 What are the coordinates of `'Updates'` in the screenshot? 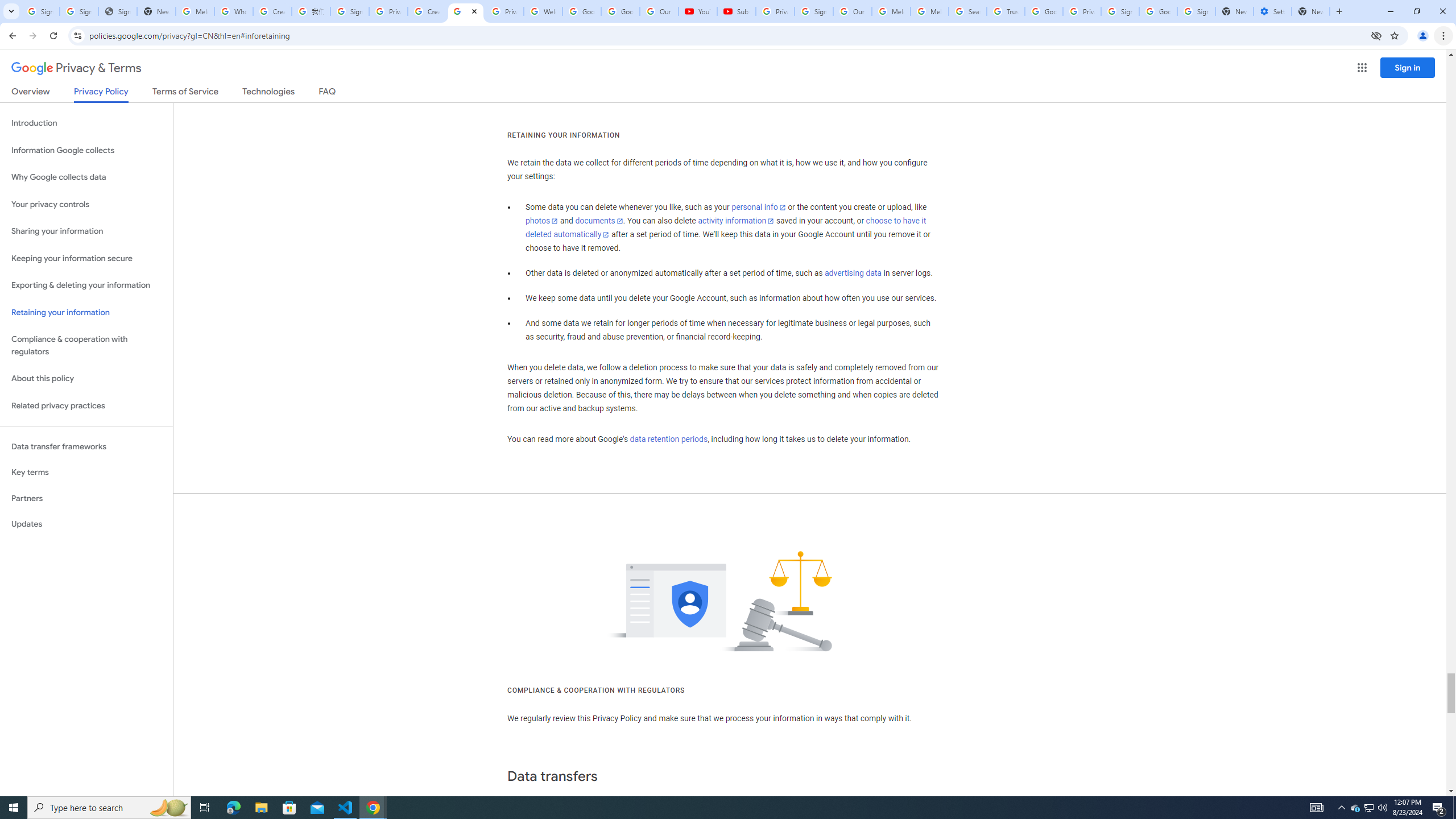 It's located at (86, 523).